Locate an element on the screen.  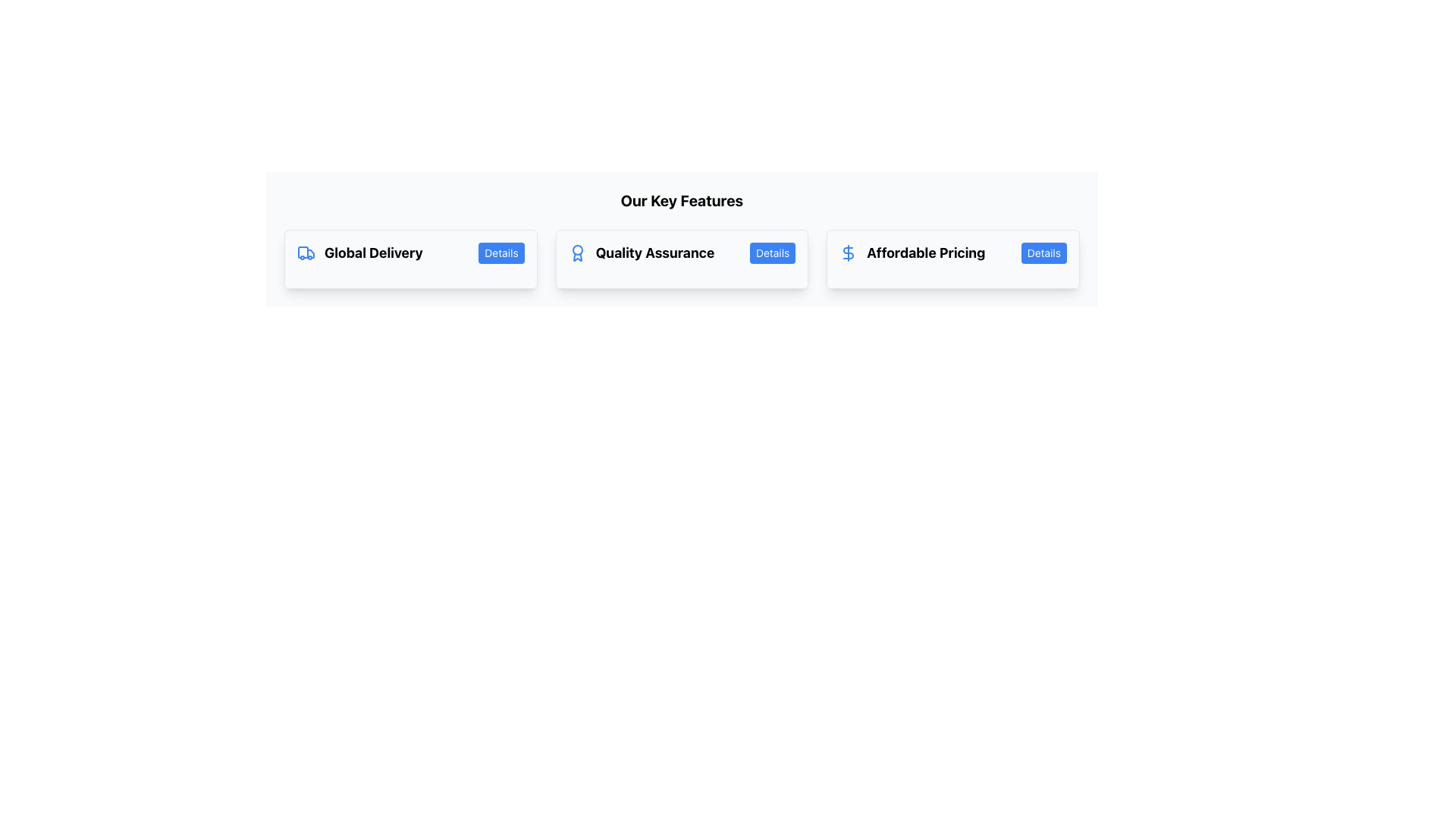
the interactive button for 'Affordable Pricing' is located at coordinates (1043, 253).